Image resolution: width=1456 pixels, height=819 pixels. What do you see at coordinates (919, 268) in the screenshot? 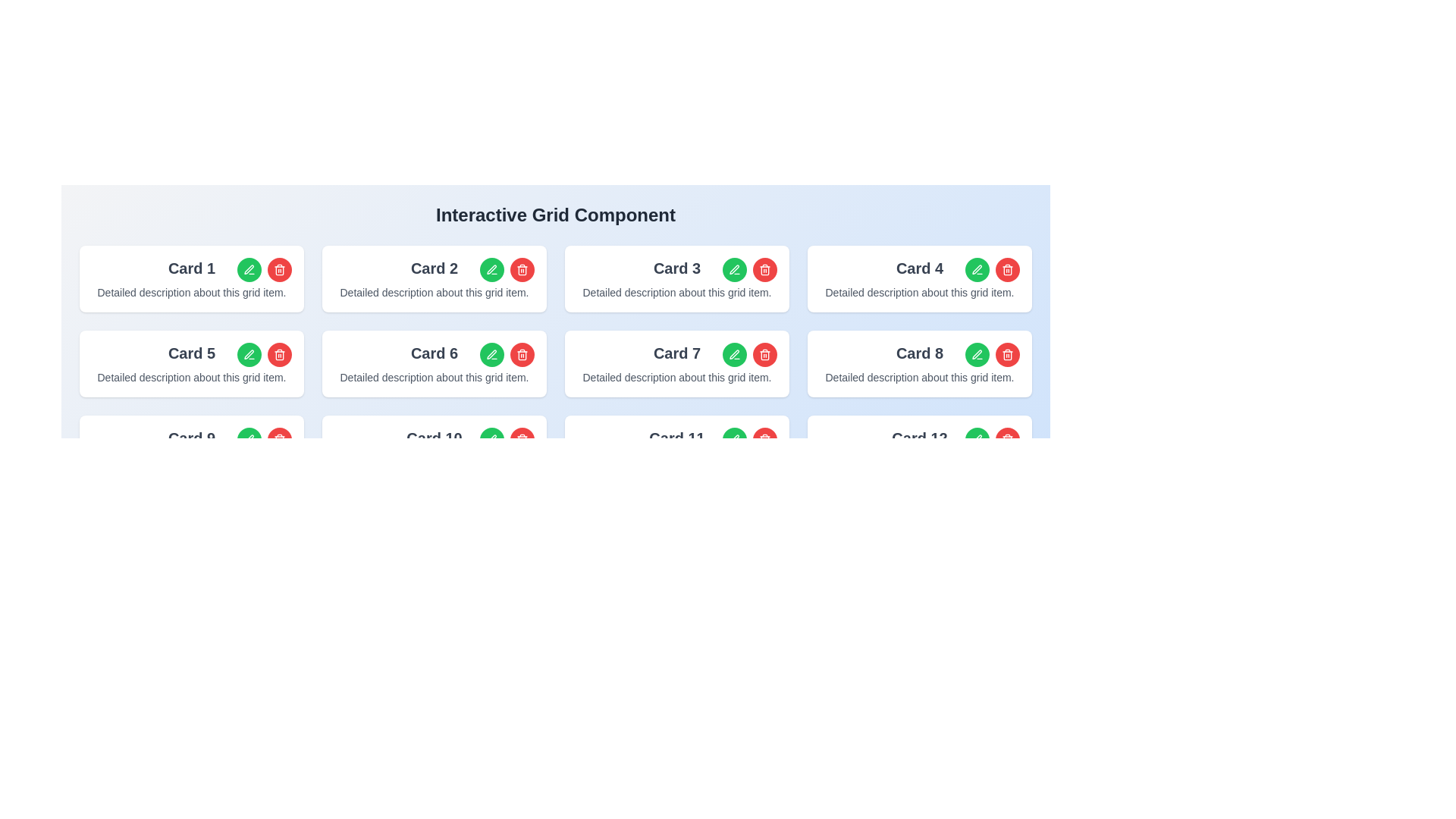
I see `the title text of 'Card 4', which serves as a quick identifier for the card's content, located at the top-center of the card in the second row and fourth column of the grid layout` at bounding box center [919, 268].